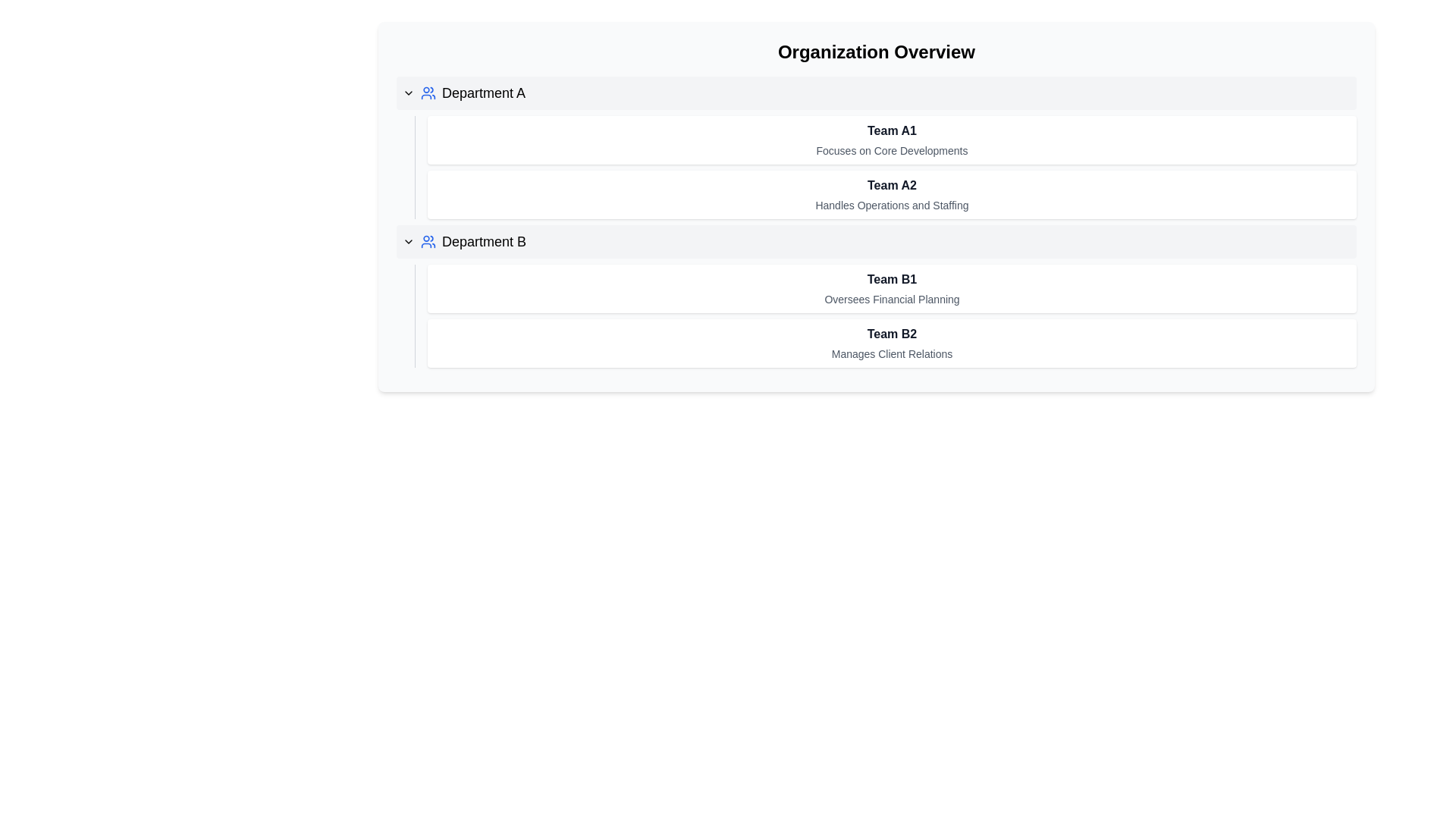  What do you see at coordinates (408, 93) in the screenshot?
I see `the chevron-down SVG icon` at bounding box center [408, 93].